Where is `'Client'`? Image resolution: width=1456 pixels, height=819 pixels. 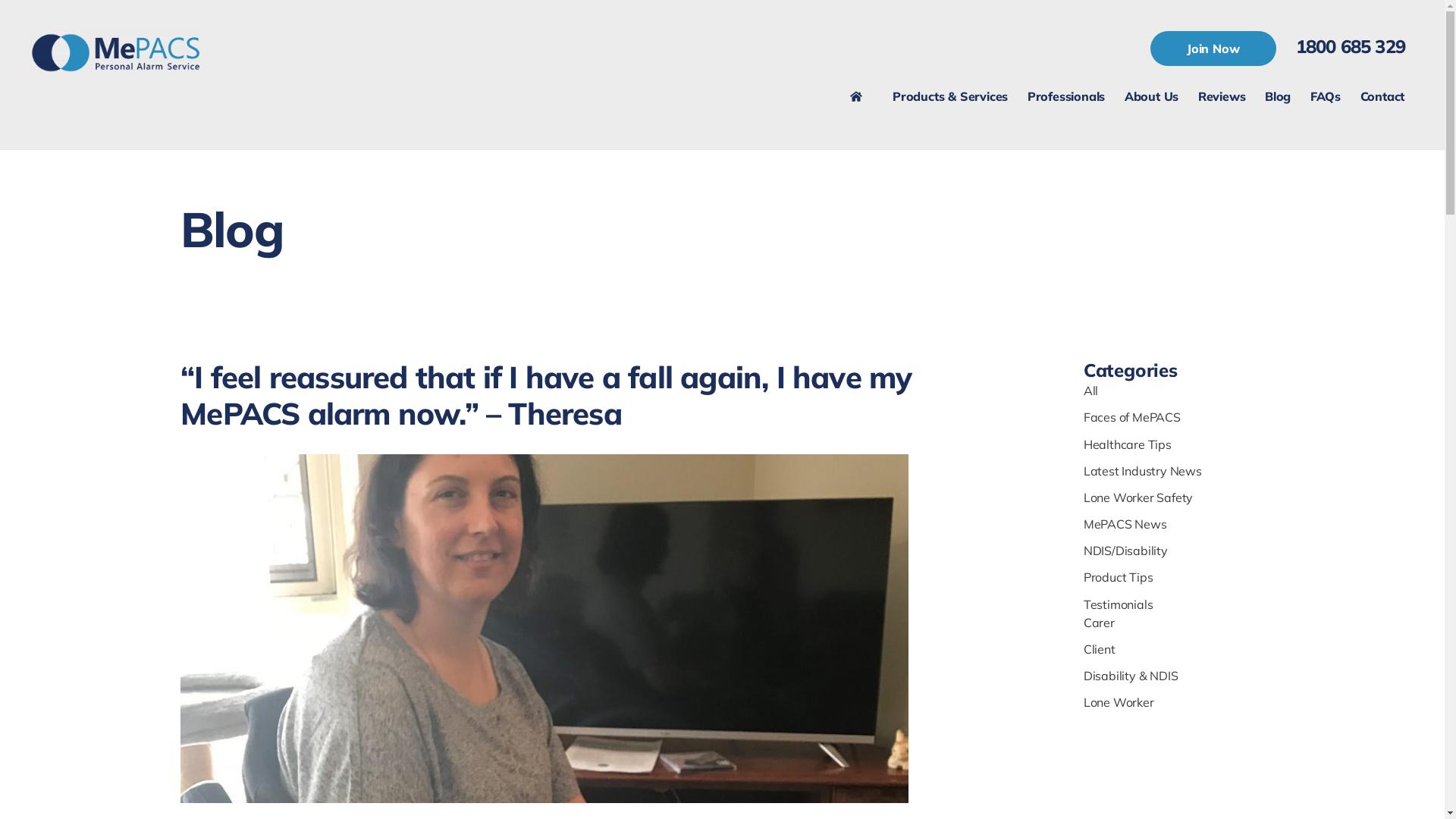
'Client' is located at coordinates (1083, 648).